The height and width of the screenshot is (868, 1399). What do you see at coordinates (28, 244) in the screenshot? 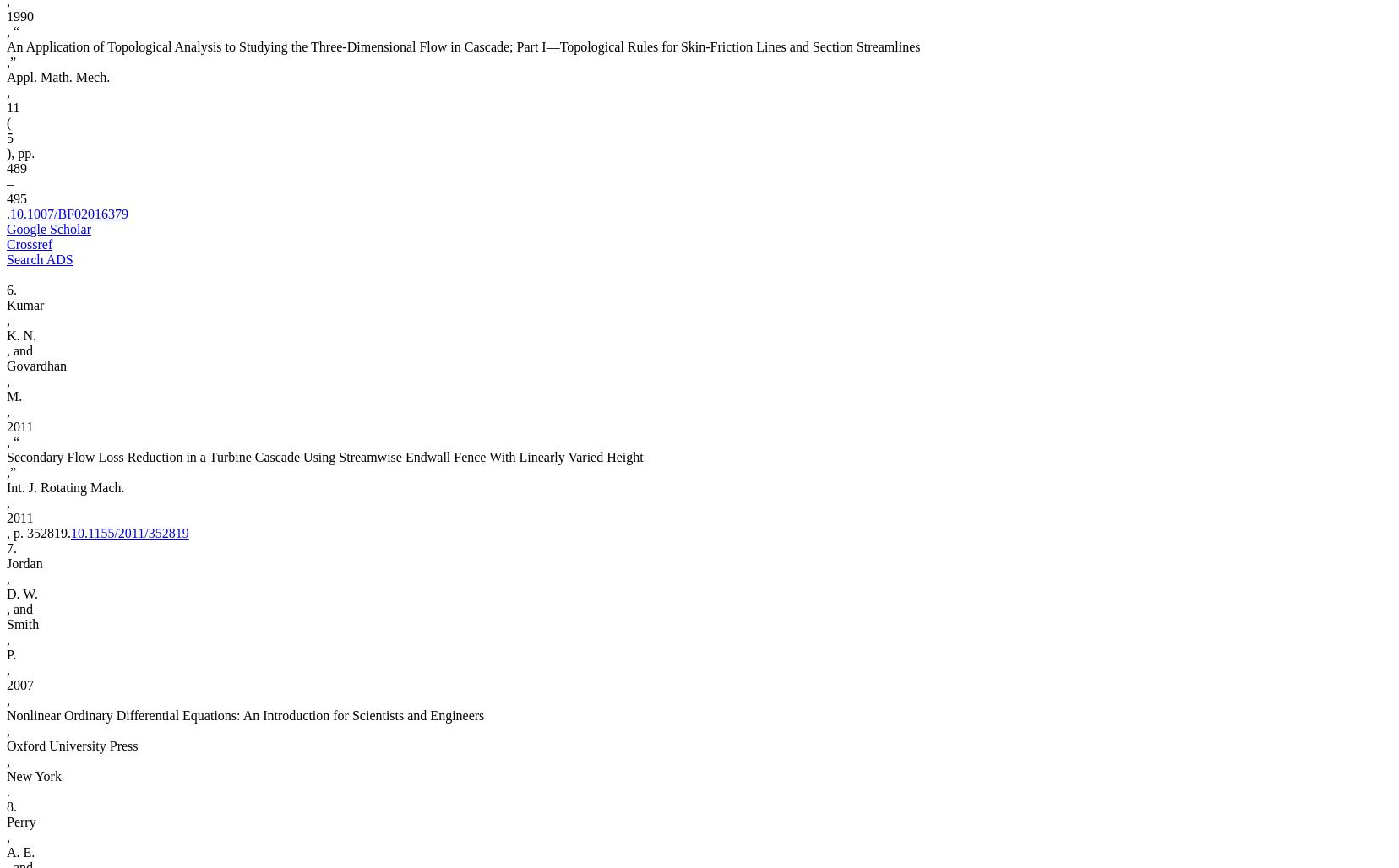
I see `'Crossref'` at bounding box center [28, 244].